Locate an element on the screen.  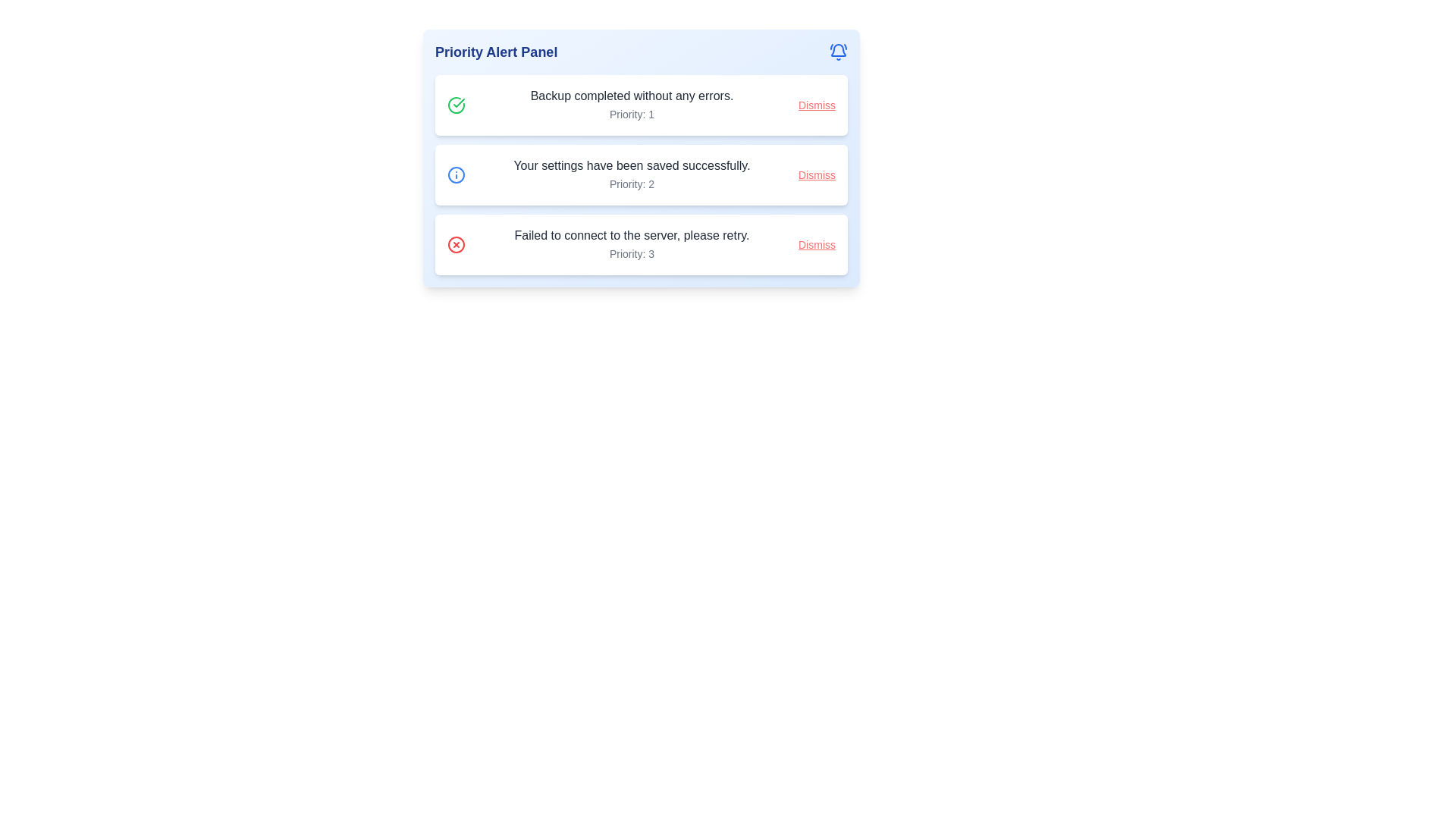
error message displayed on the notification card stating 'Failed to connect to the server, please retry.' This notification card is identified by its red circular icon with a cross and a 'Dismiss' button styled in red at the far right is located at coordinates (641, 244).